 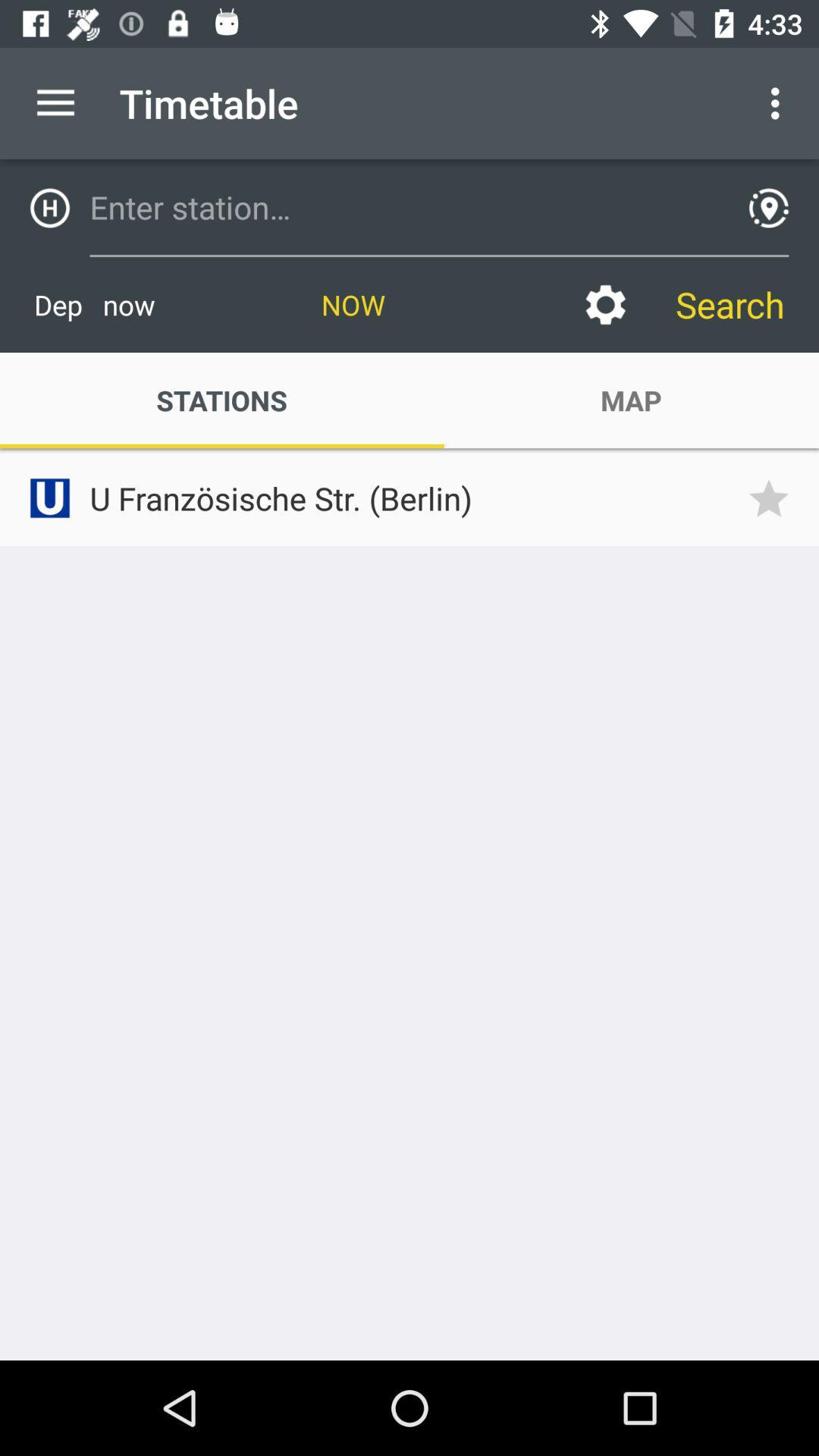 What do you see at coordinates (604, 304) in the screenshot?
I see `icon to the right of the stations icon` at bounding box center [604, 304].